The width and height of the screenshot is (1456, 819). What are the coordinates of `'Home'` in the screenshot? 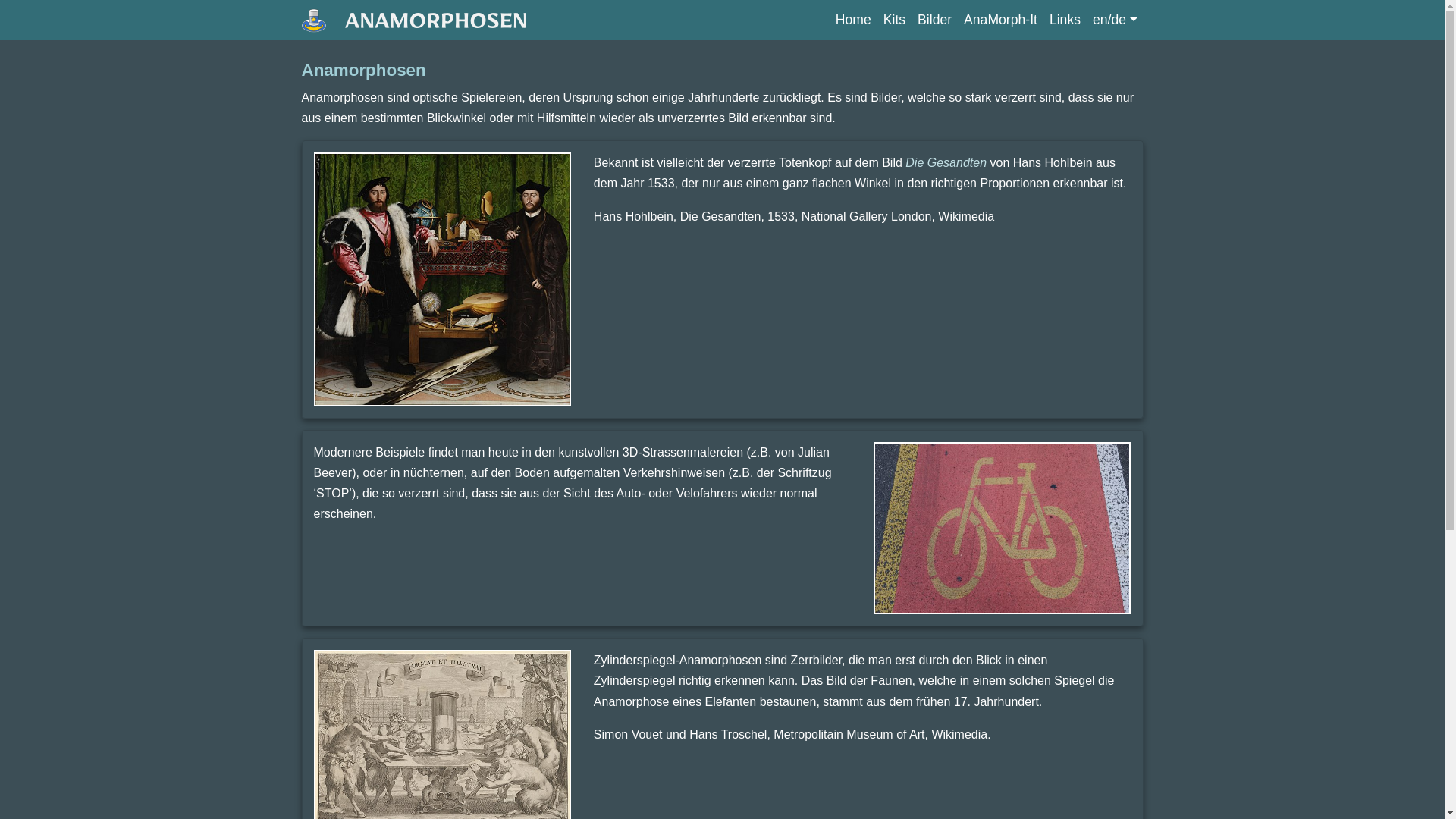 It's located at (853, 20).